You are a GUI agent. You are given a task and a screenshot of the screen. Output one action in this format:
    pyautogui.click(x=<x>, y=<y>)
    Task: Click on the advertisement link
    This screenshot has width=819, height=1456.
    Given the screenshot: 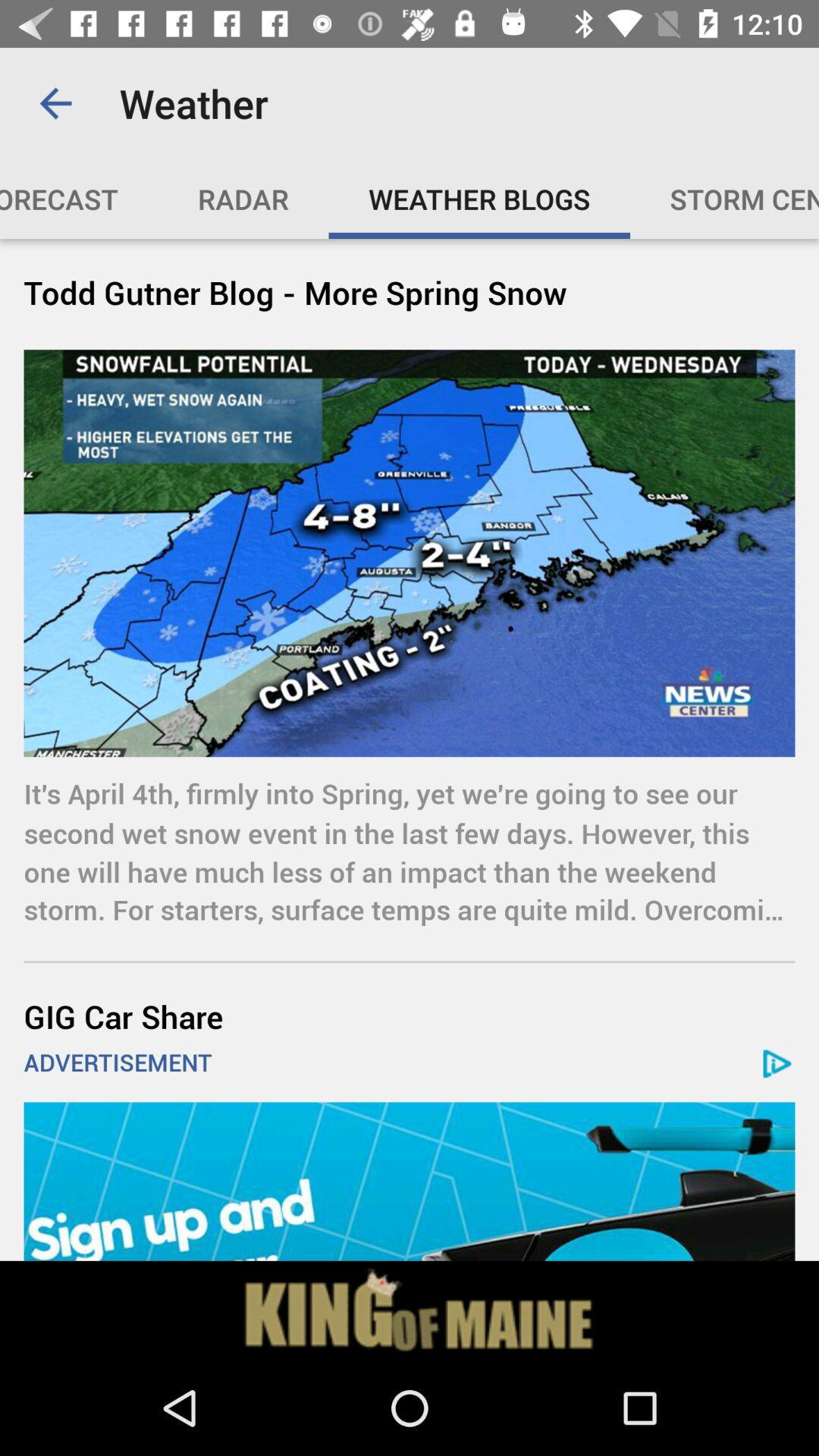 What is the action you would take?
    pyautogui.click(x=409, y=1181)
    